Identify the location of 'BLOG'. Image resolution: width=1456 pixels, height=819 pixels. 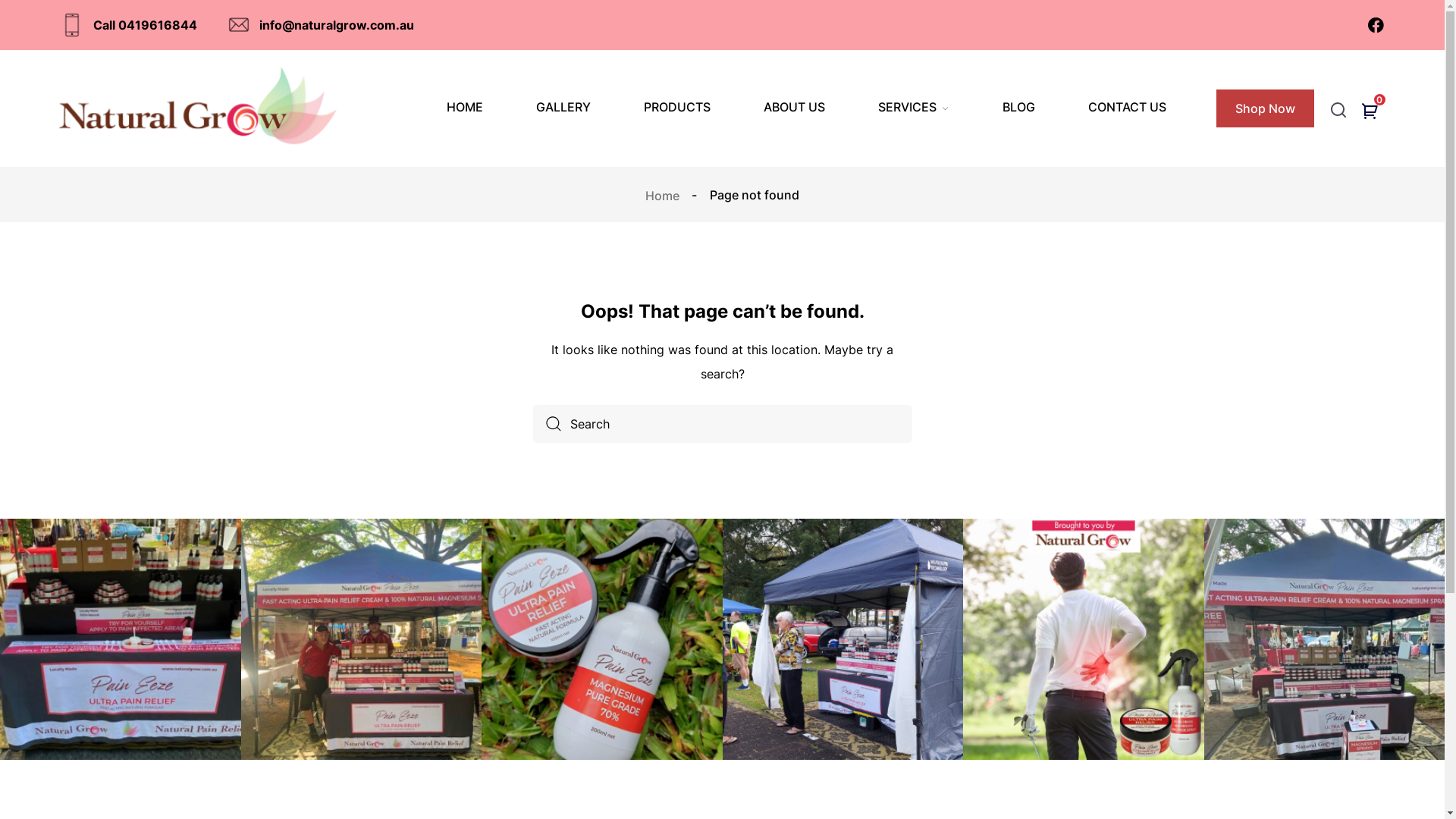
(1018, 106).